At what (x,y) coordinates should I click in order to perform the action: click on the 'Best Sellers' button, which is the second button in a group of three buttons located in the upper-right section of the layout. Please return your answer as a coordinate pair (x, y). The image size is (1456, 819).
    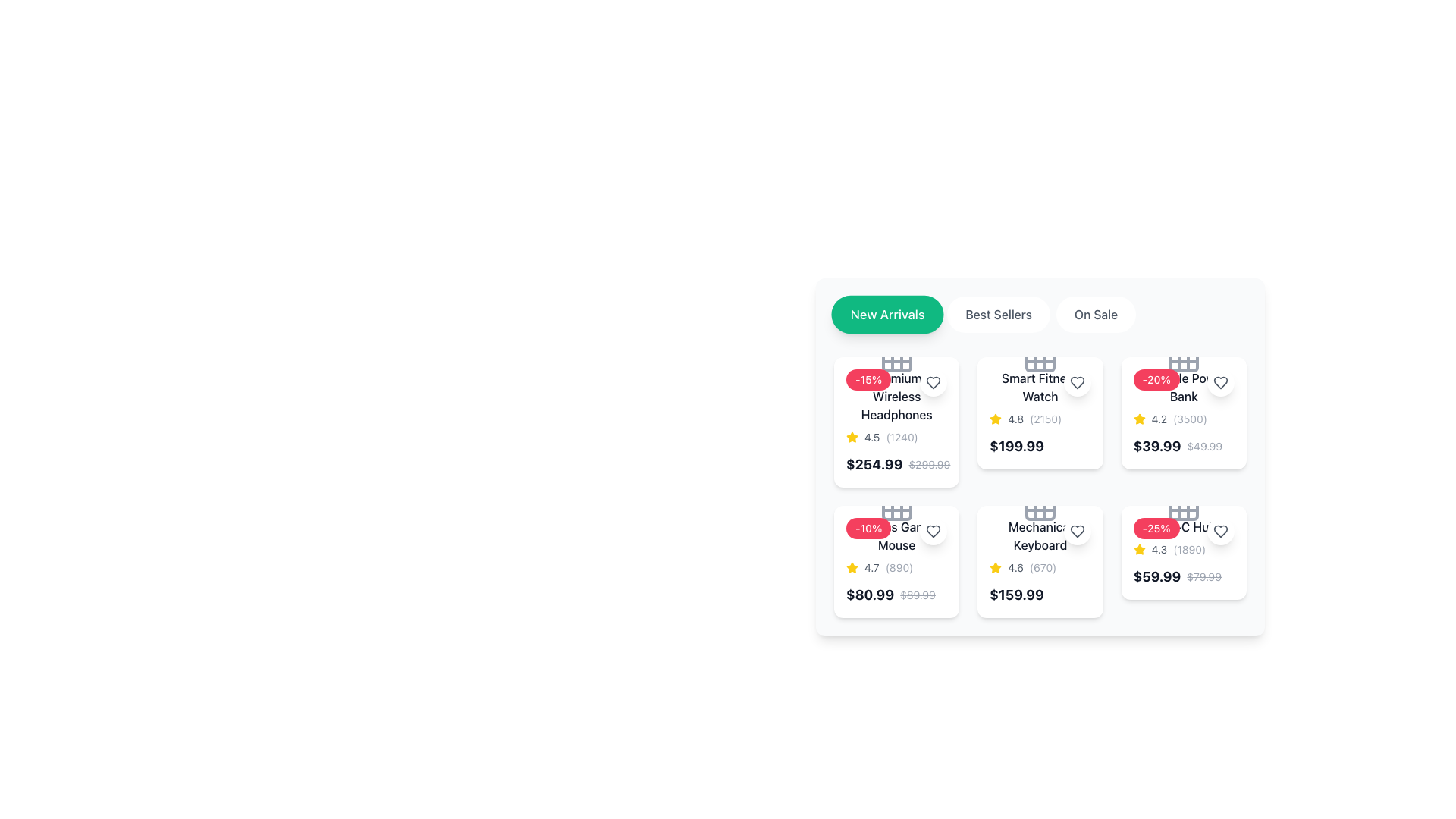
    Looking at the image, I should click on (999, 314).